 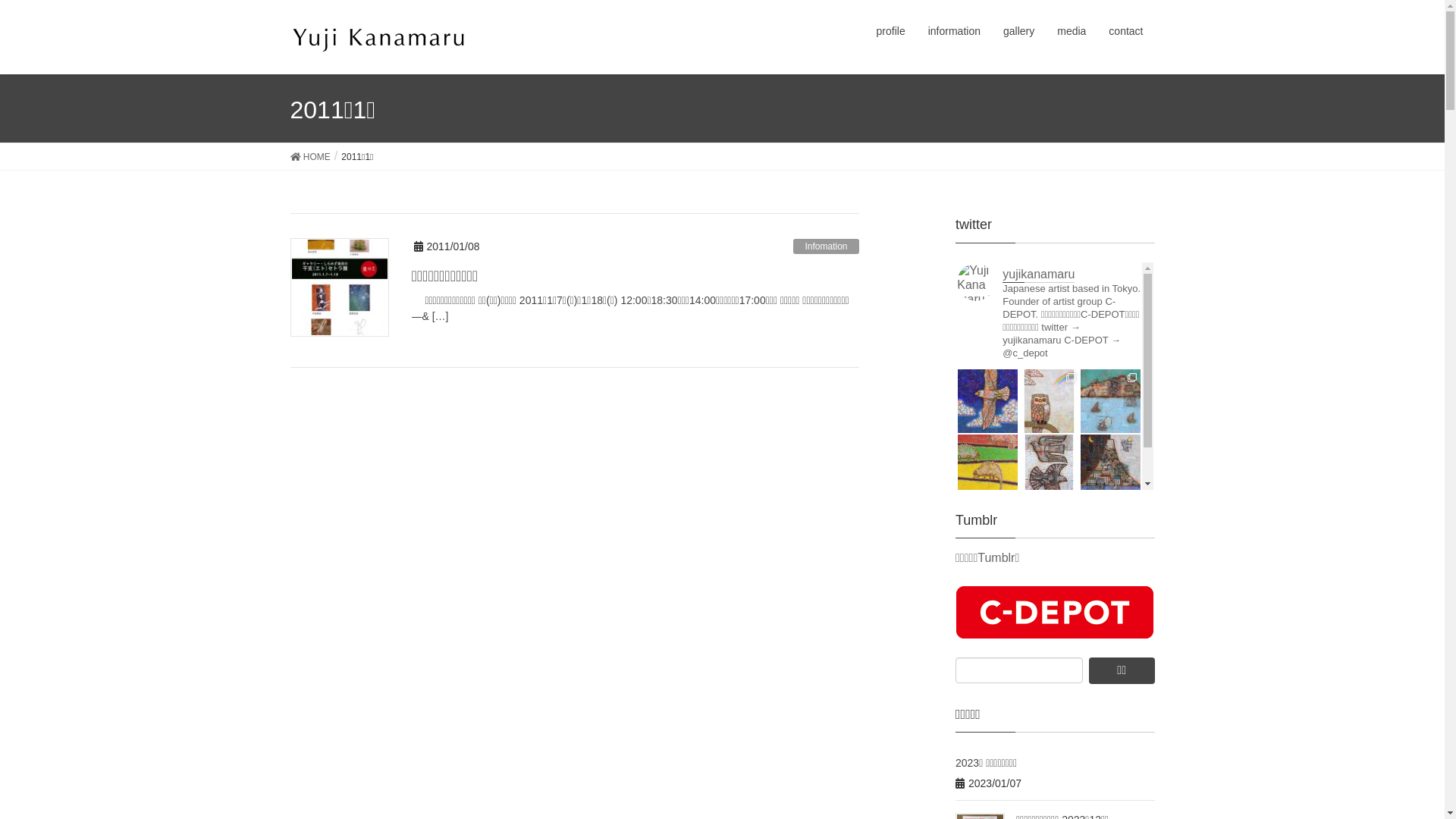 I want to click on 'HOME', so click(x=290, y=156).